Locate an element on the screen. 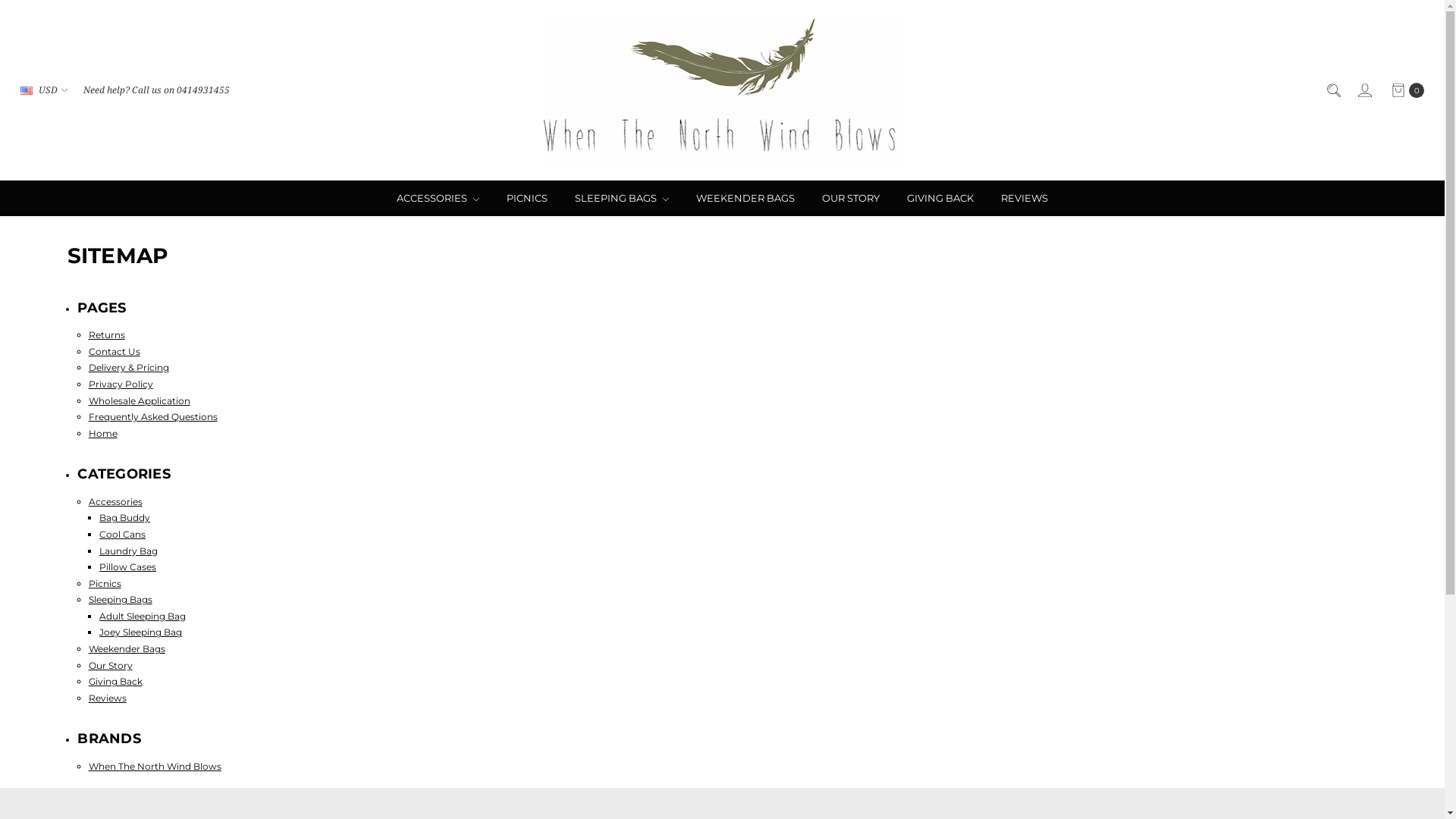  '0' is located at coordinates (1406, 90).